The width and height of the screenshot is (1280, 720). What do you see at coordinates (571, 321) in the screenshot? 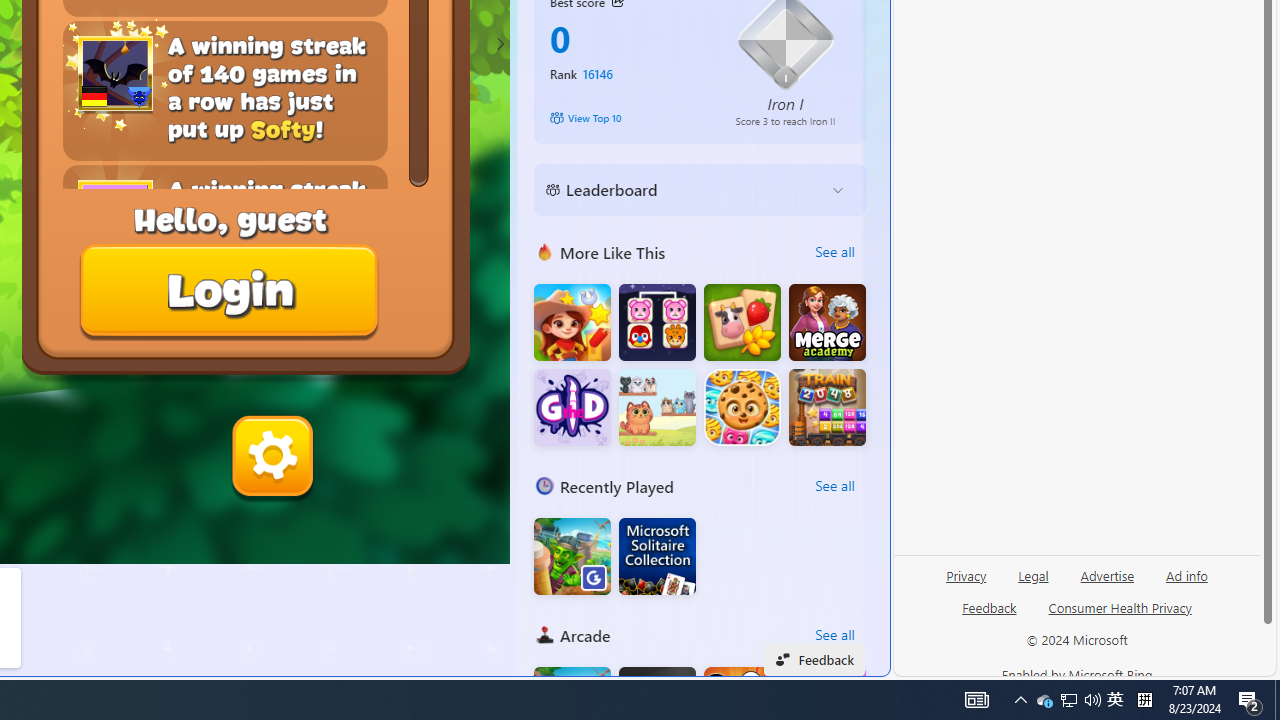
I see `'Wild West Match'` at bounding box center [571, 321].